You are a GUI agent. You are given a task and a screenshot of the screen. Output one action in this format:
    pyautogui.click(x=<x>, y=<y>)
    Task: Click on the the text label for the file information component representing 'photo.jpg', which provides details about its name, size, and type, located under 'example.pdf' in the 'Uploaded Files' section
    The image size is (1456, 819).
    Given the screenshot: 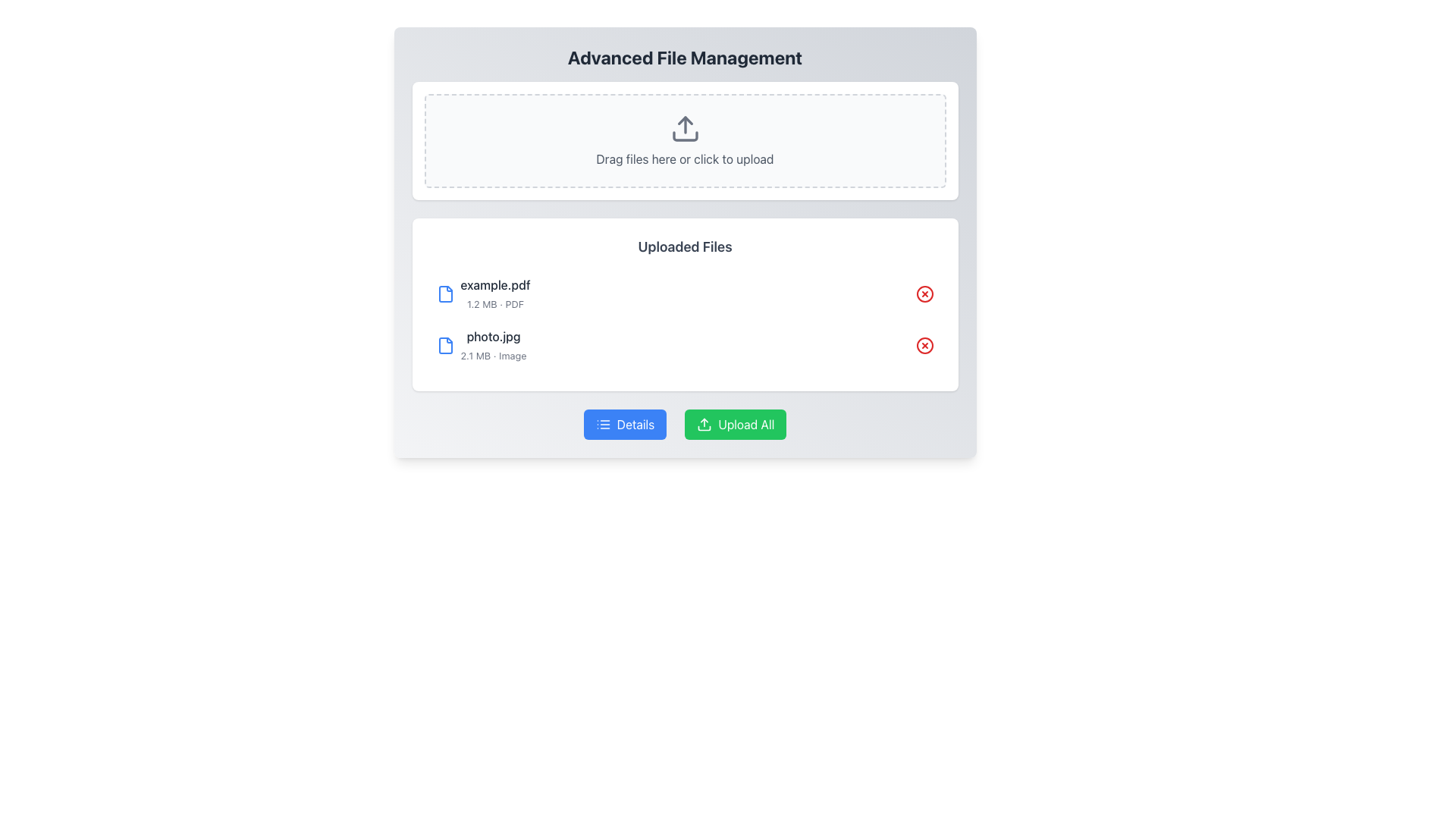 What is the action you would take?
    pyautogui.click(x=494, y=345)
    